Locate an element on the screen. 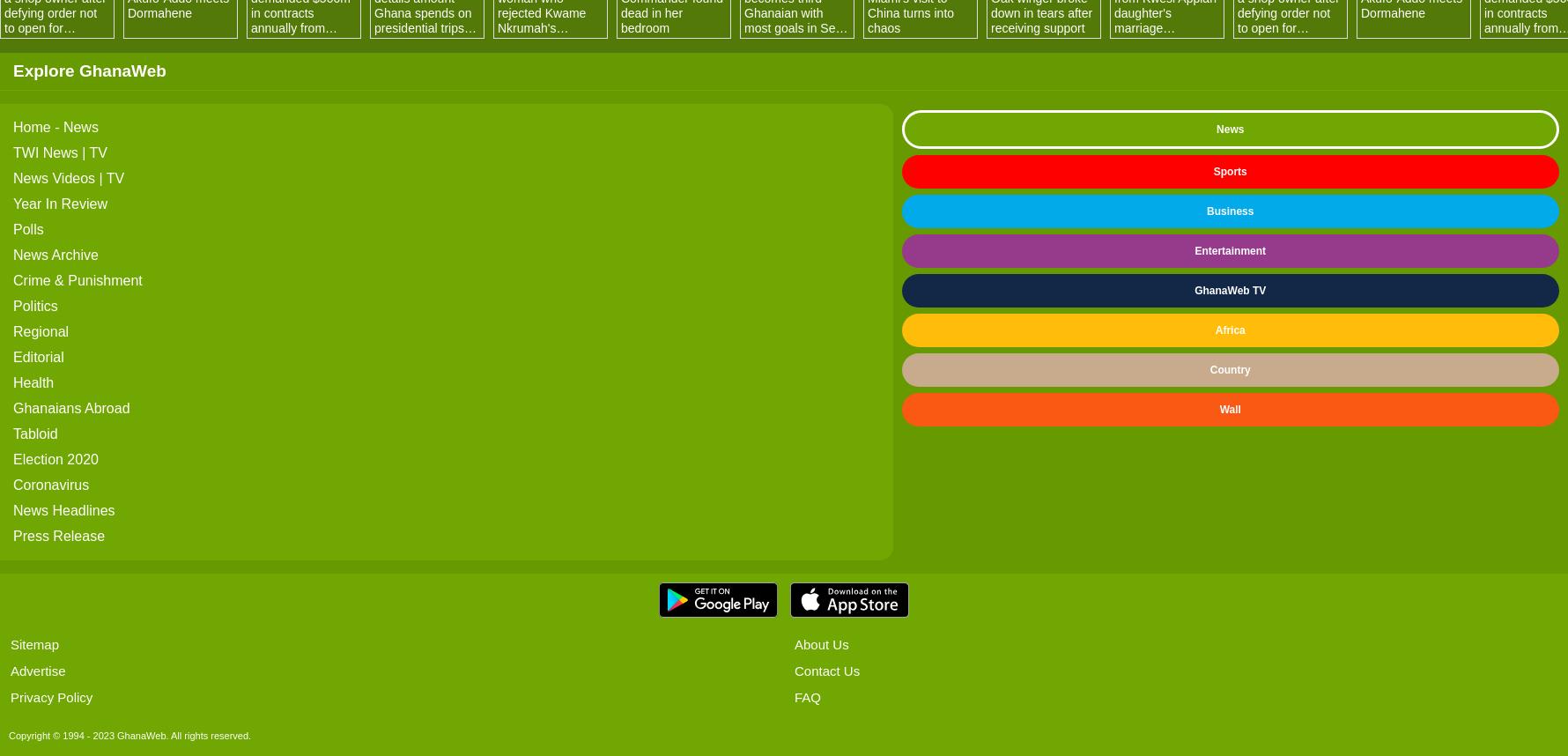 The width and height of the screenshot is (1568, 756). 'Sports' is located at coordinates (1213, 170).